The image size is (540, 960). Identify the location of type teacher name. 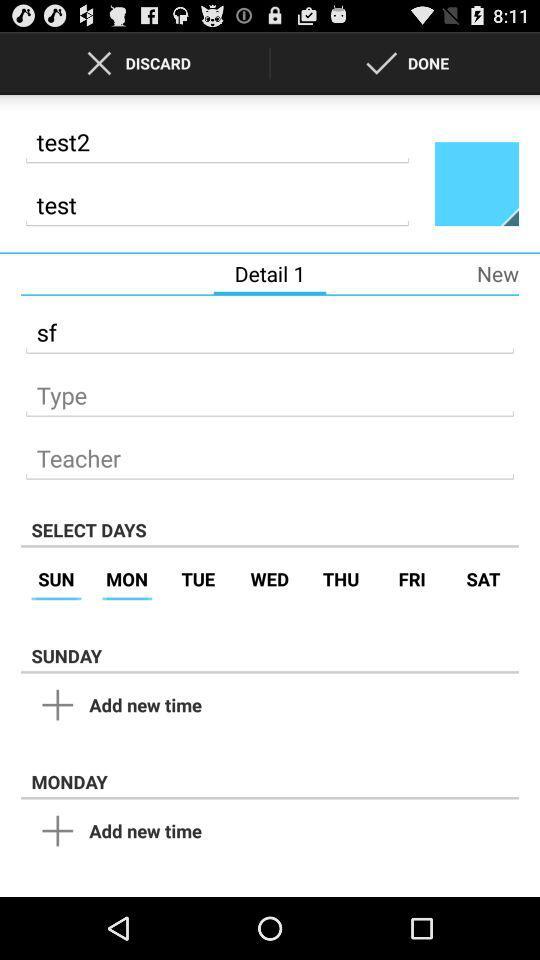
(270, 453).